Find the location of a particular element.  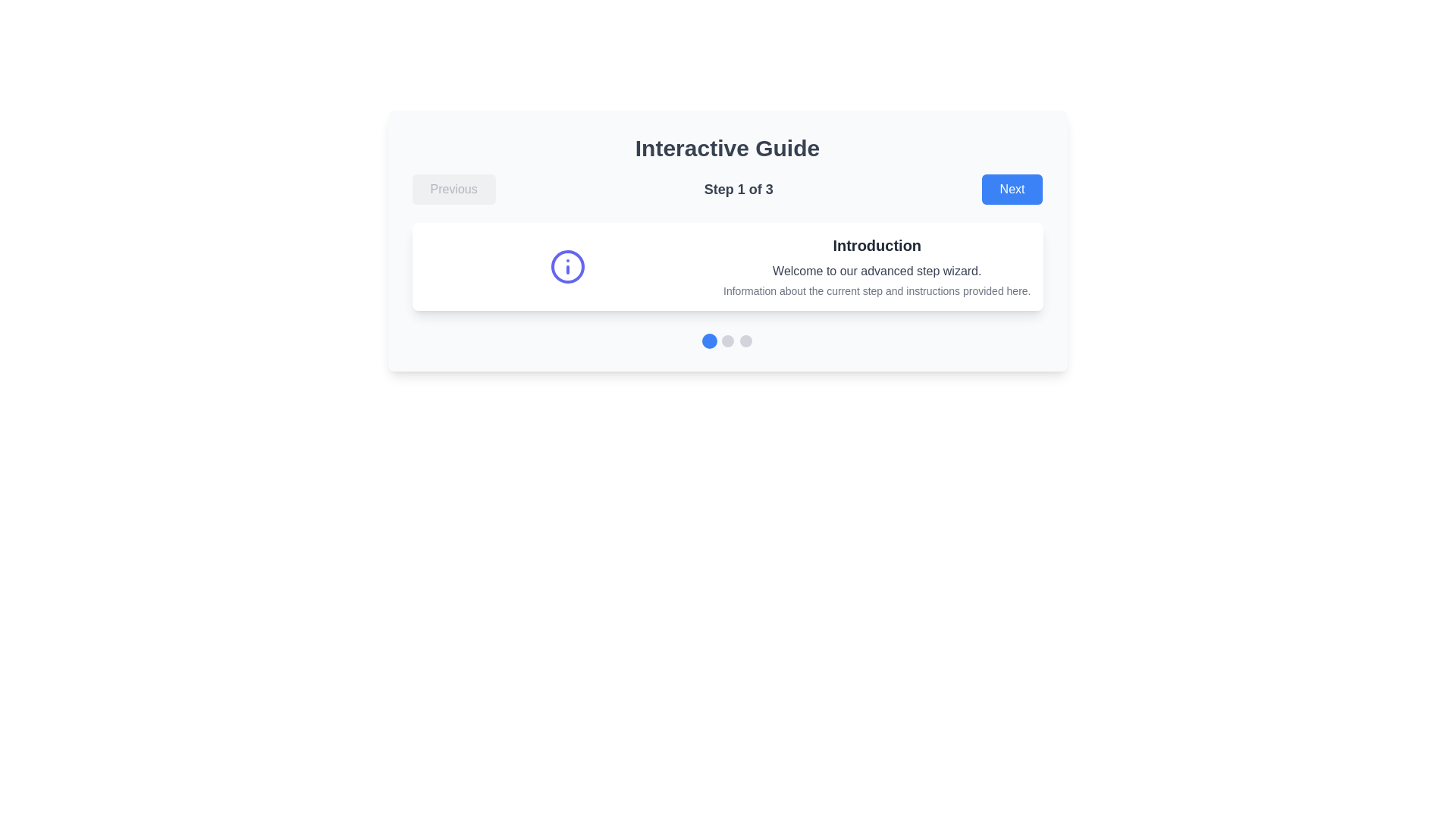

the circular icon with a light indigo border and a centered exclamation mark, located to the left of the 'Introduction' text block for more information is located at coordinates (566, 265).